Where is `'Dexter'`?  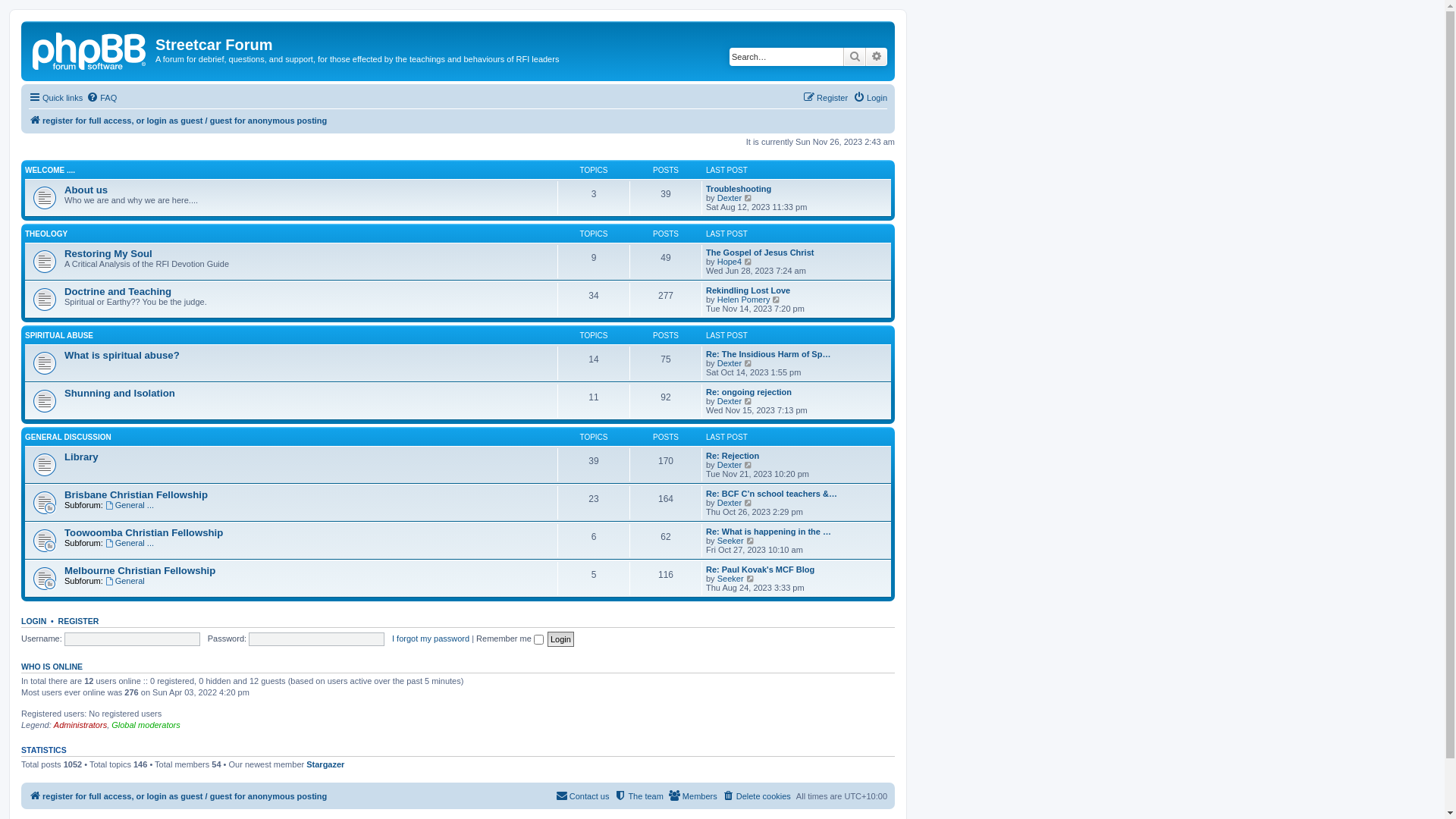
'Dexter' is located at coordinates (716, 197).